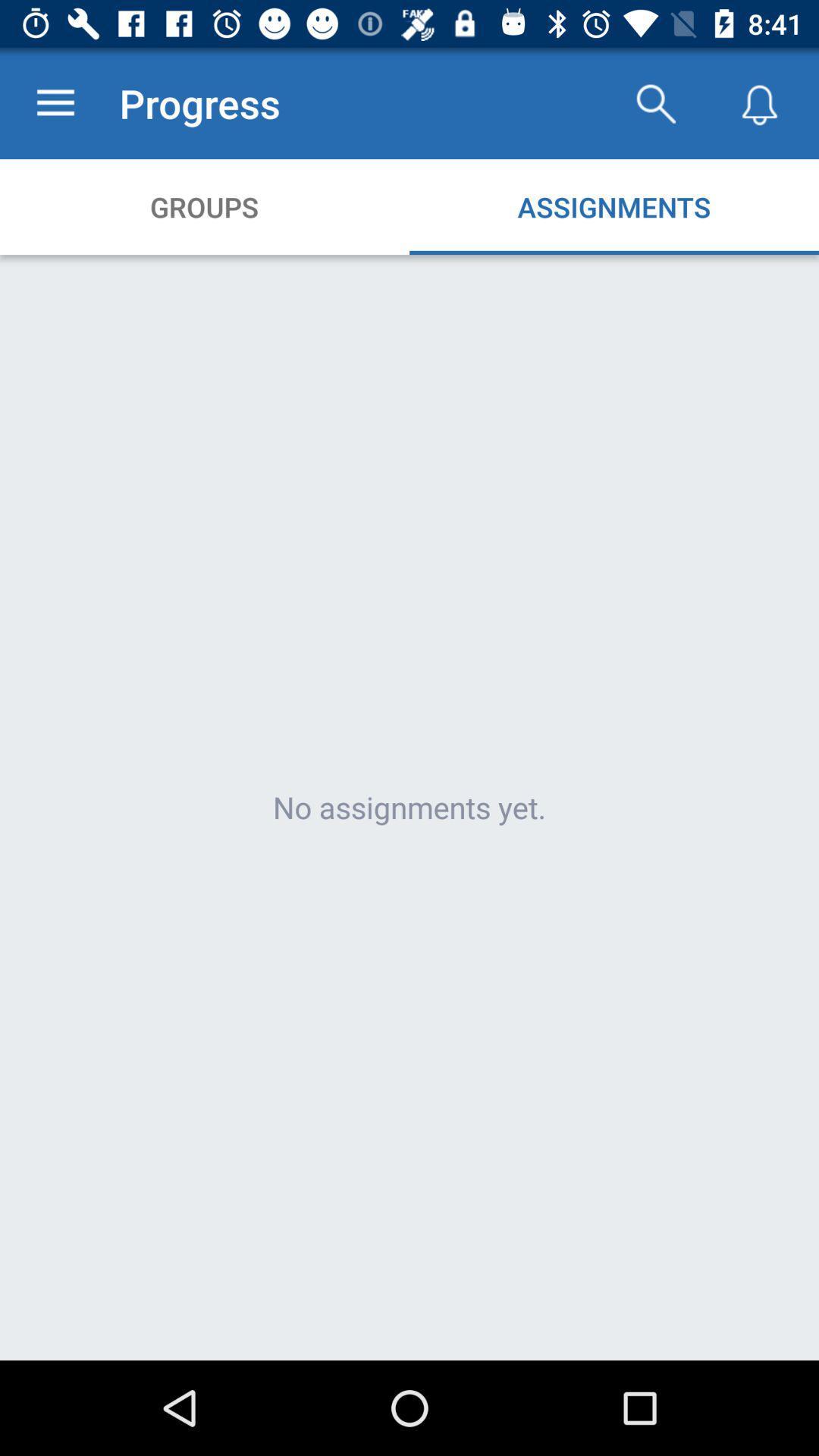  I want to click on item above assignments item, so click(654, 102).